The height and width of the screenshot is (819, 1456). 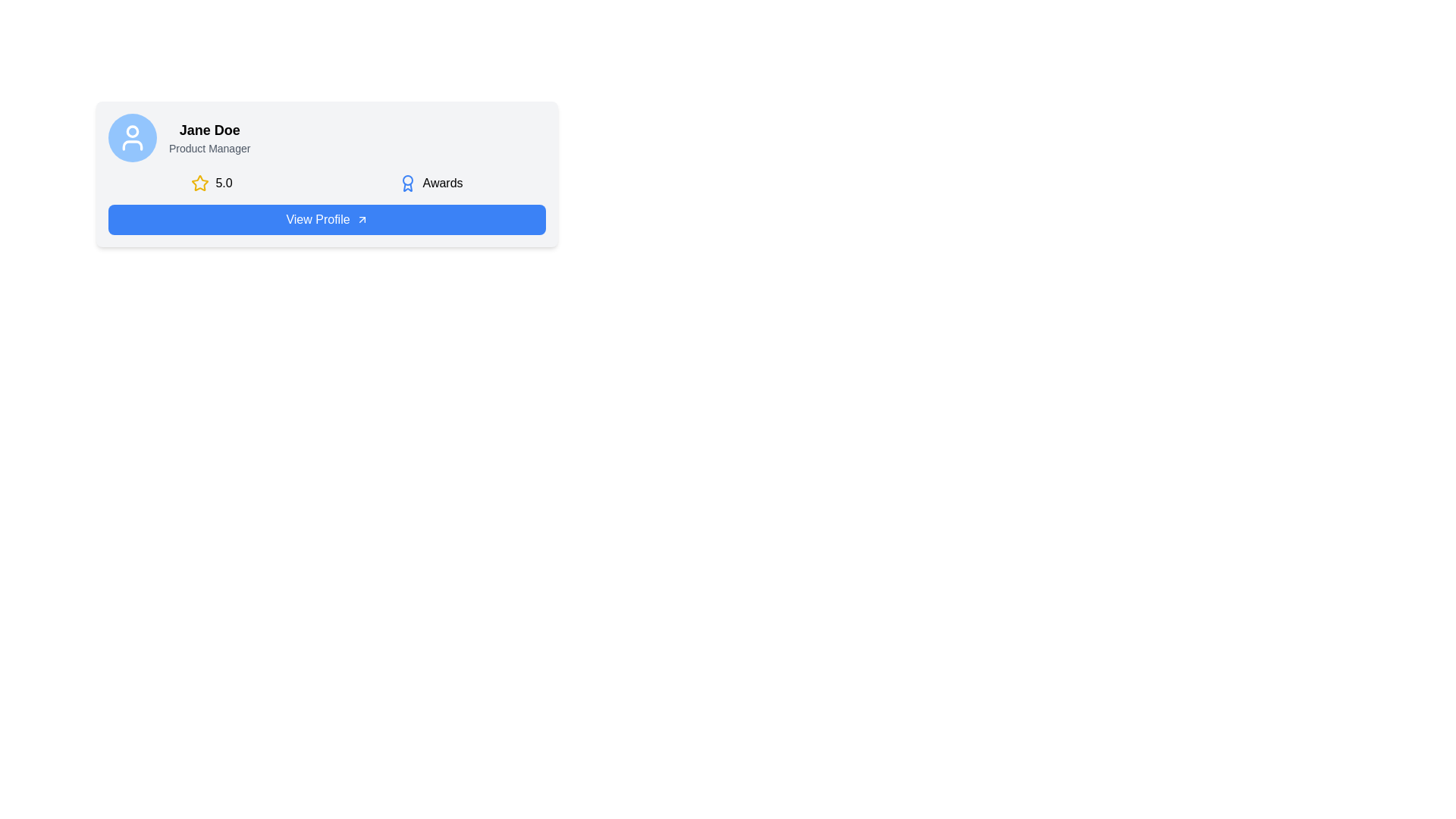 What do you see at coordinates (317, 219) in the screenshot?
I see `the 'View Profile' label of the button located at the center of the profile card, which facilitates navigation to the user's profile` at bounding box center [317, 219].